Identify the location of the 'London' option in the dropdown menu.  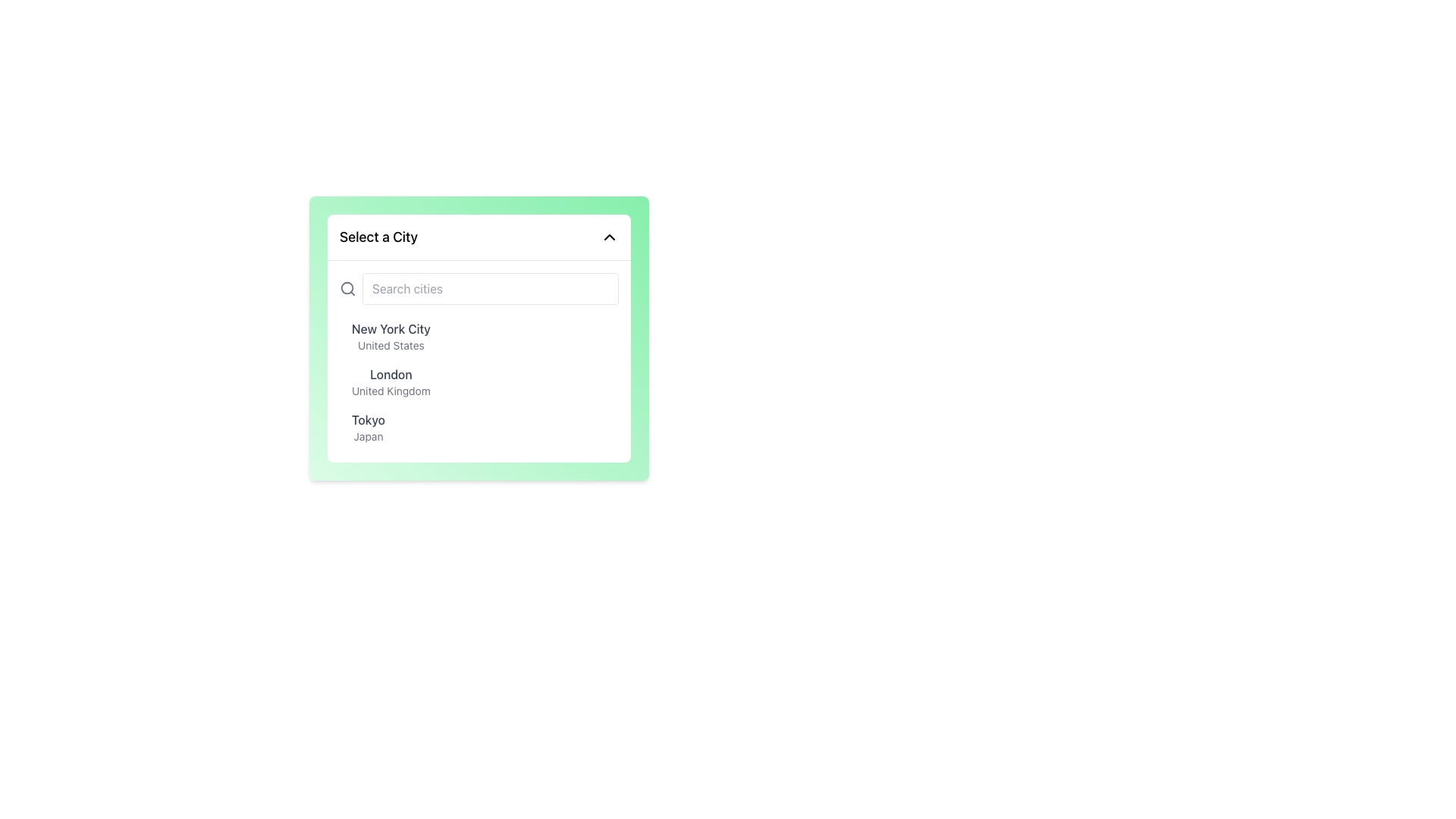
(391, 374).